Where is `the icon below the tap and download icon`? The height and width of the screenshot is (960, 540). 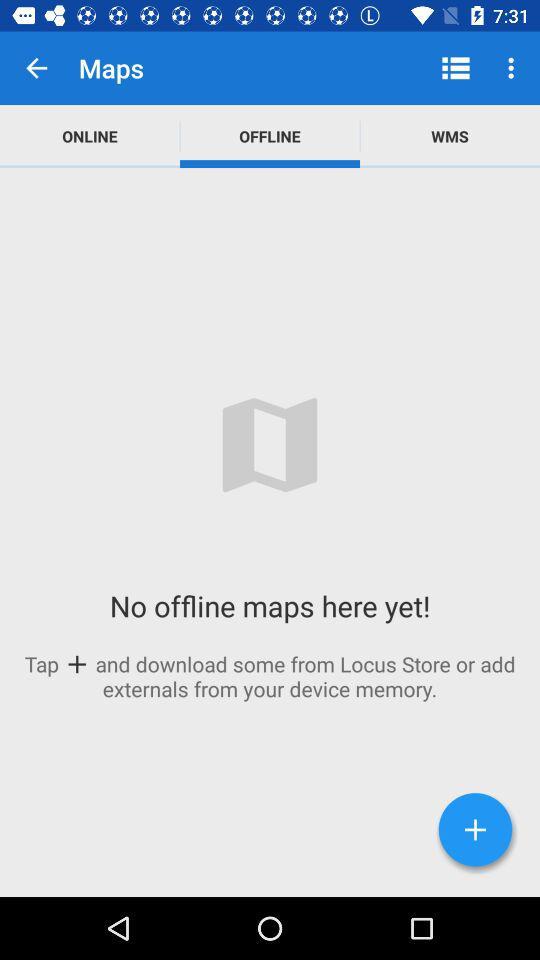 the icon below the tap and download icon is located at coordinates (474, 829).